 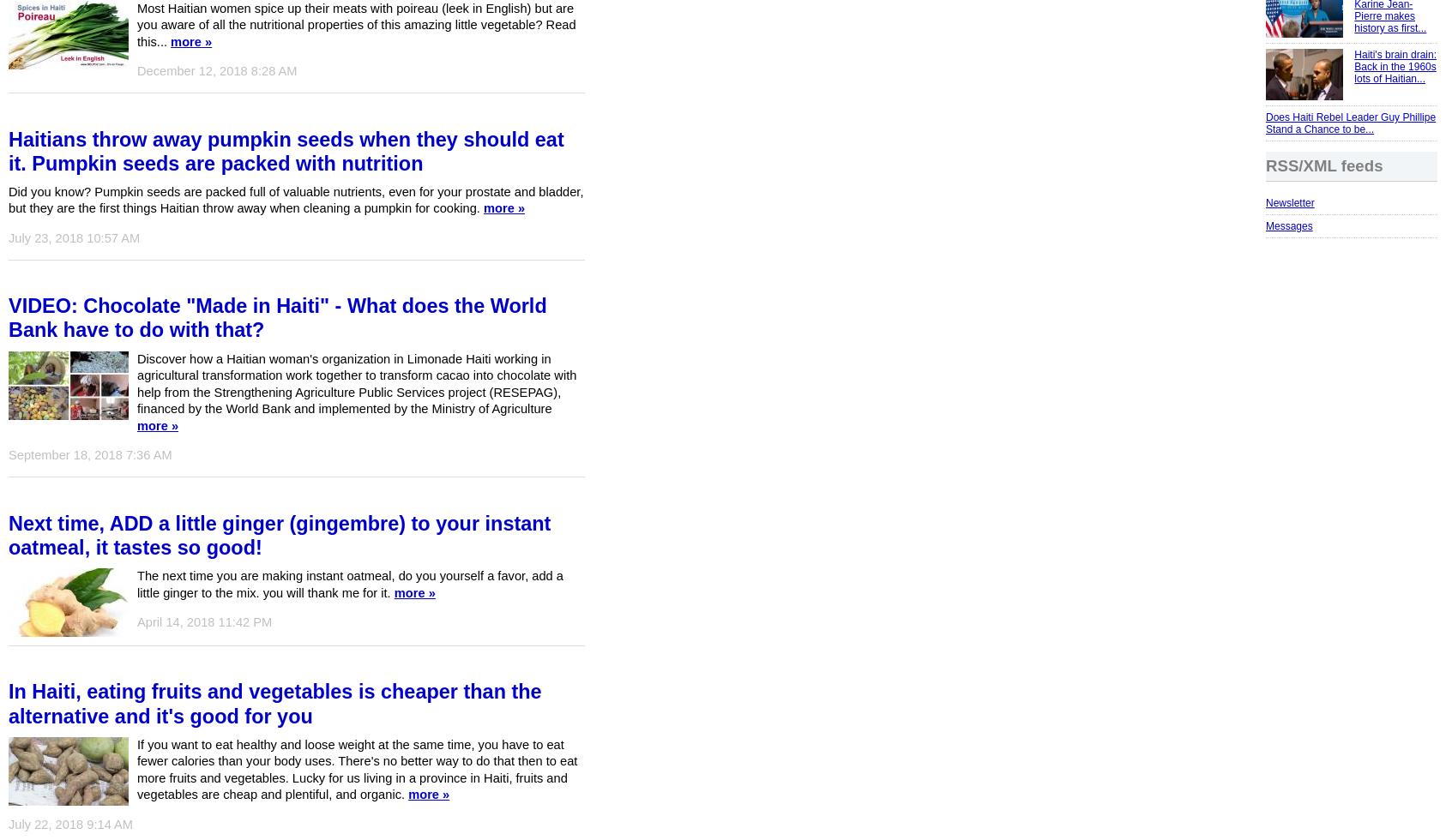 I want to click on 'RSS/XML feeds', so click(x=1264, y=165).